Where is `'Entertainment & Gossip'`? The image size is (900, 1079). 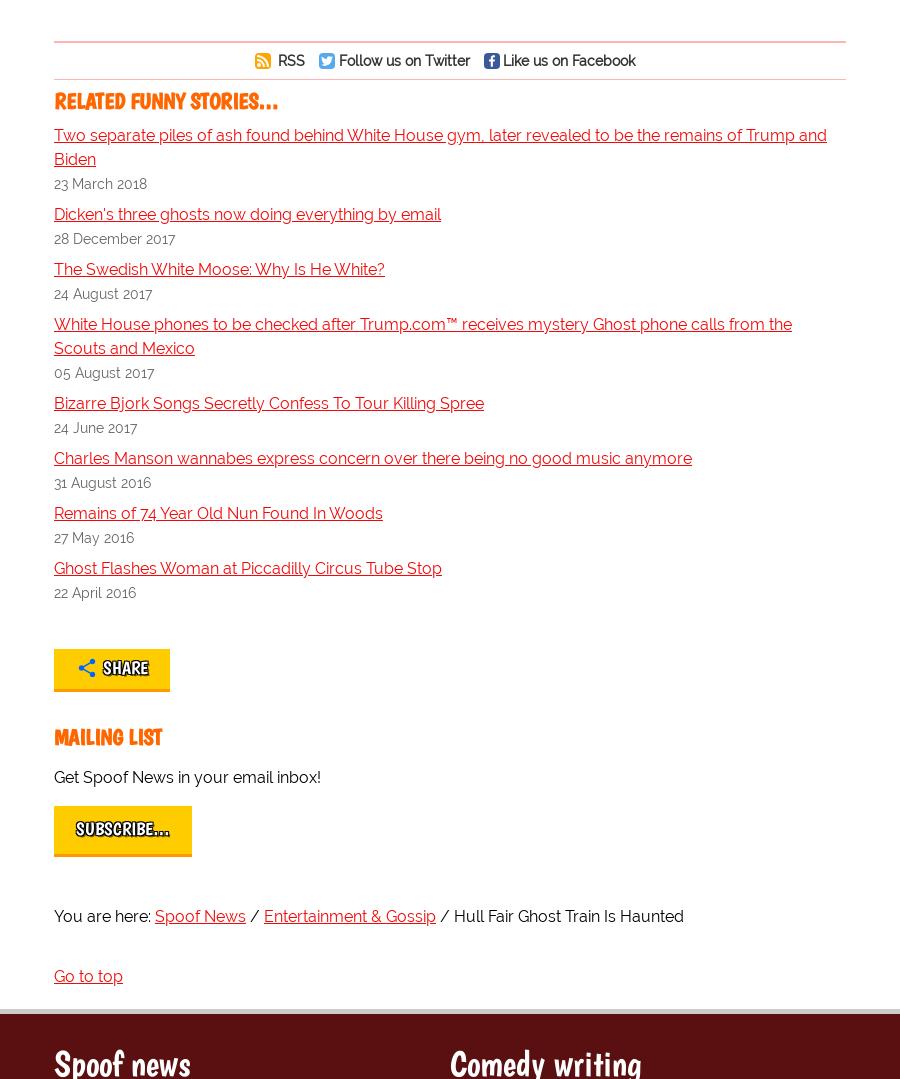
'Entertainment & Gossip' is located at coordinates (262, 916).